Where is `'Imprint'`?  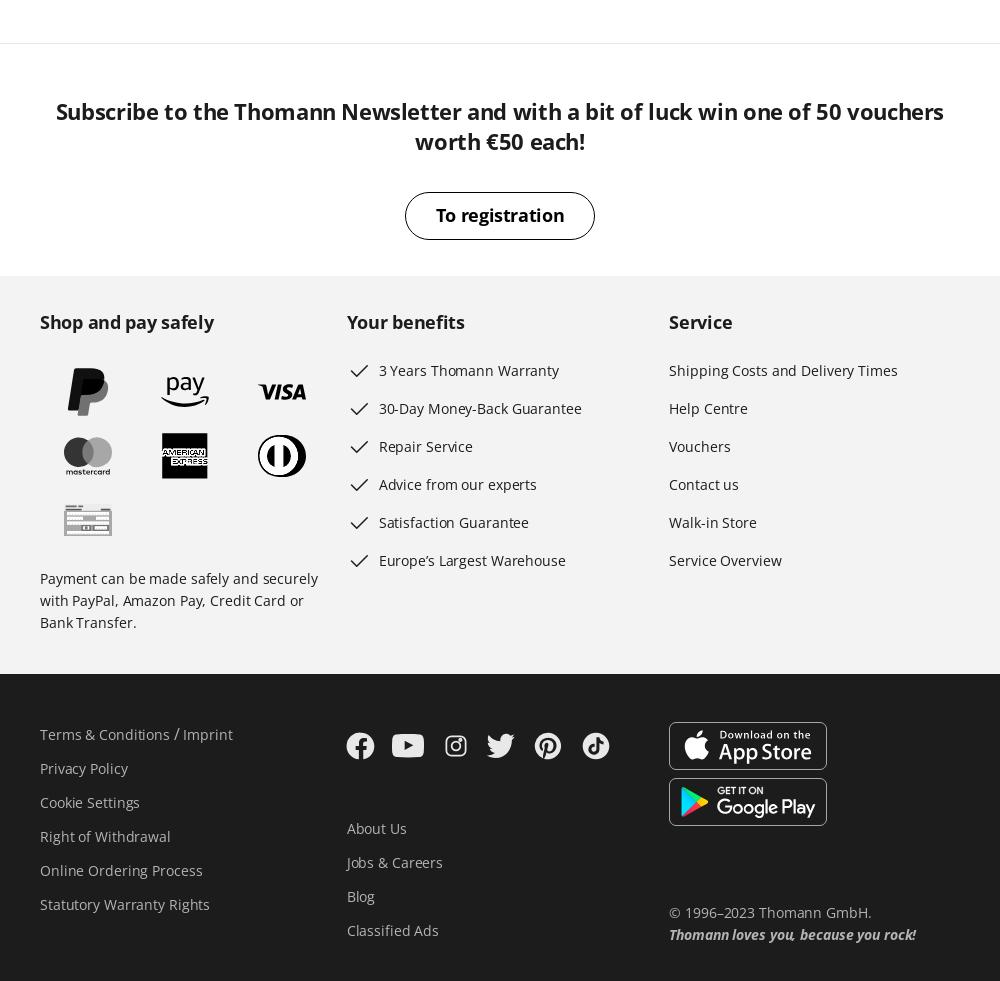 'Imprint' is located at coordinates (206, 734).